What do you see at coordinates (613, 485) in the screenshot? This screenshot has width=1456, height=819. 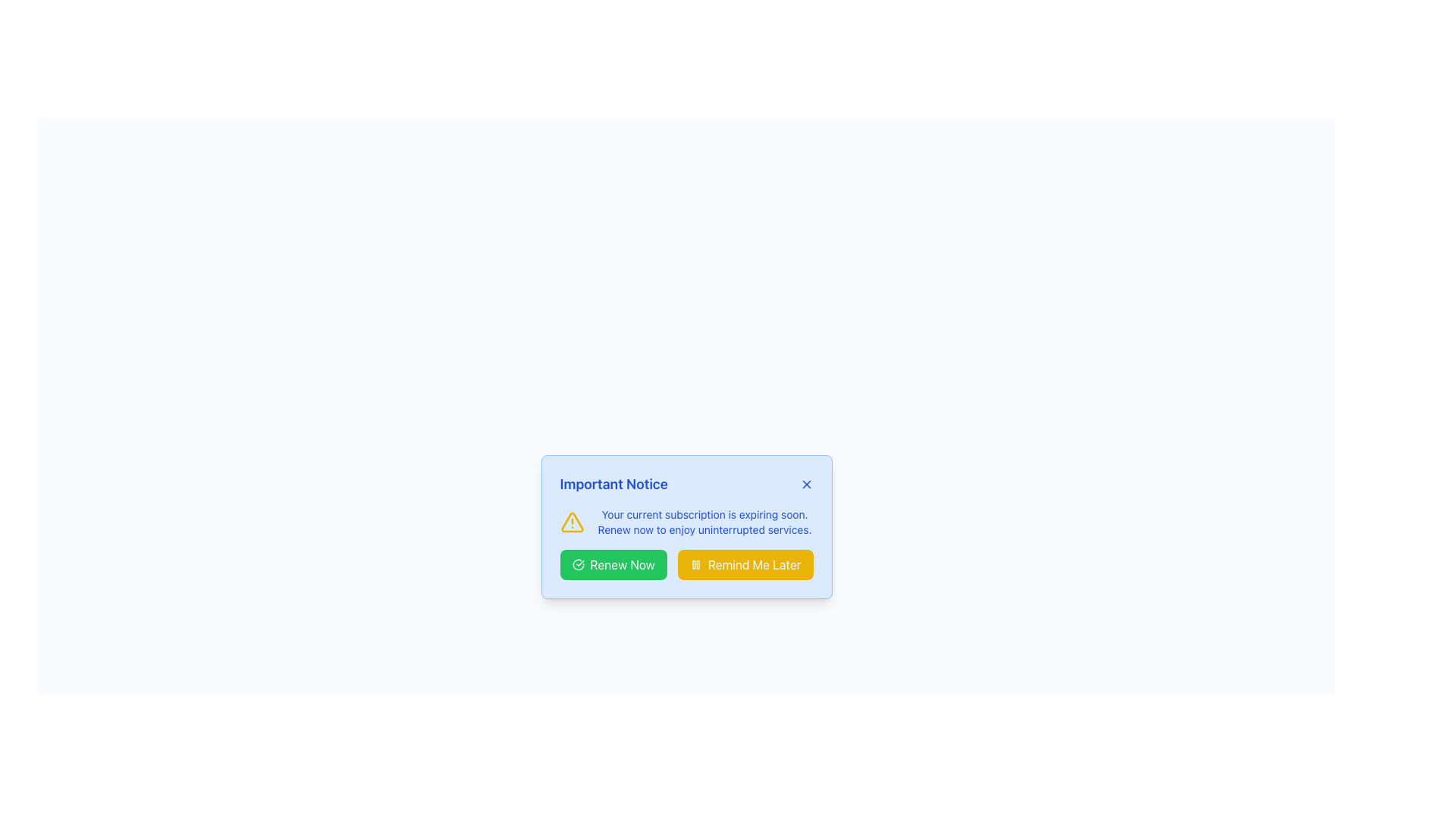 I see `the 'Important Notice' text label, which is styled with a bold font and blue color, located in the top-left of the dialog box with a pastel blue background` at bounding box center [613, 485].